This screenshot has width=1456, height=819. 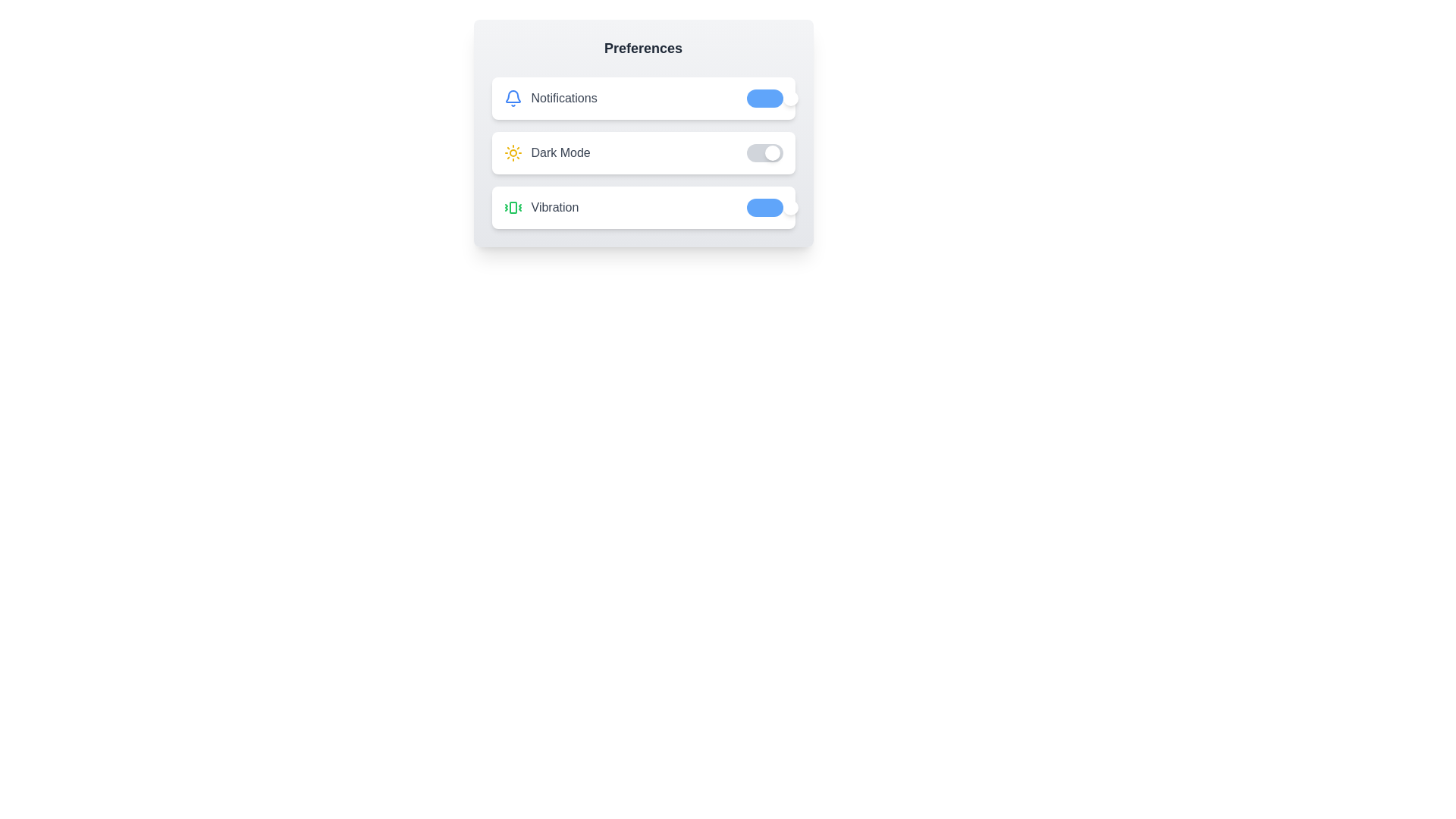 What do you see at coordinates (764, 99) in the screenshot?
I see `the toggle switch with a rounded blue background and a sliding circular white knob located on the far-right side of the 'Notifications' section in the 'Preferences' list` at bounding box center [764, 99].